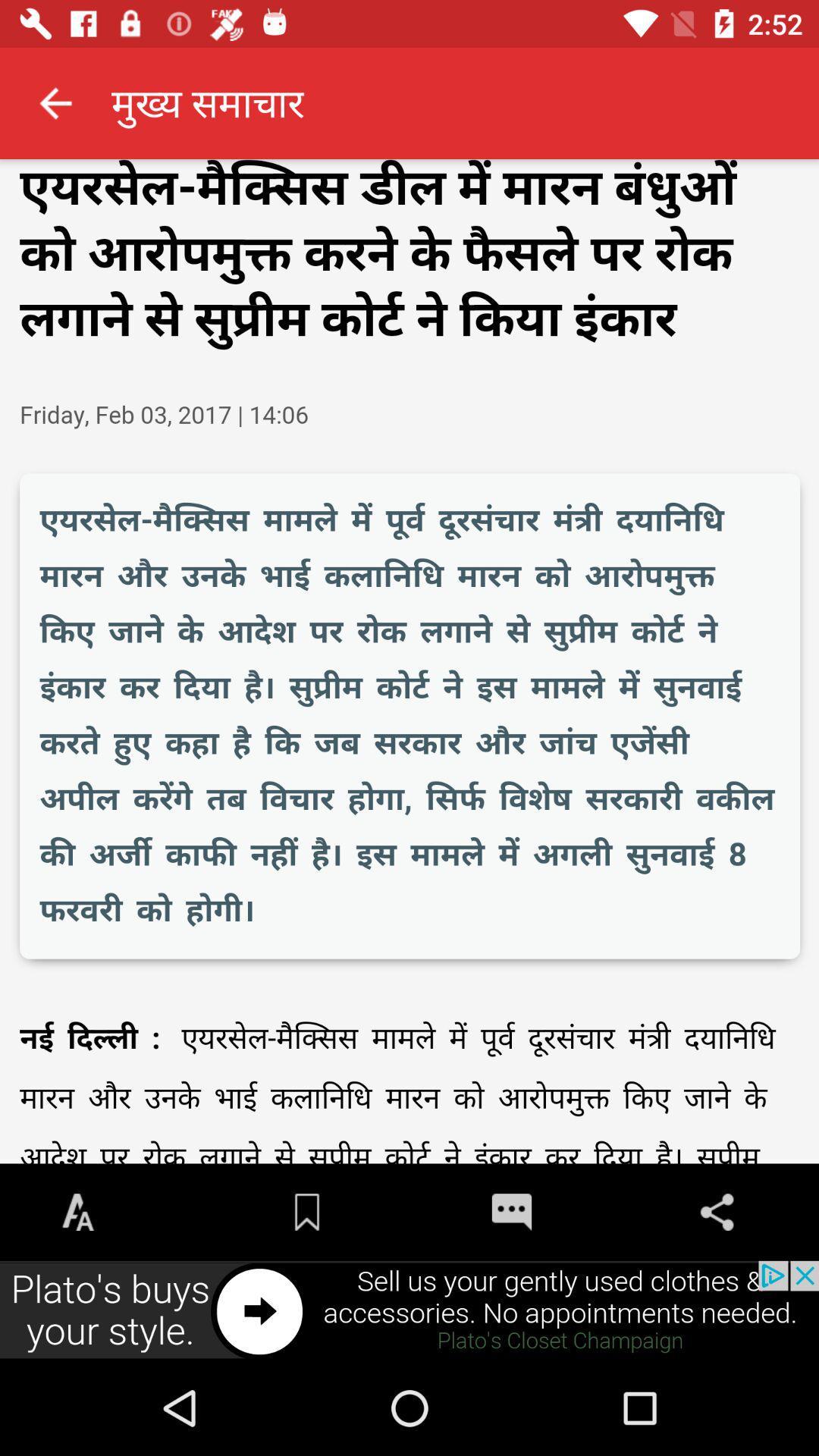 The width and height of the screenshot is (819, 1456). I want to click on the font icon, so click(77, 1211).